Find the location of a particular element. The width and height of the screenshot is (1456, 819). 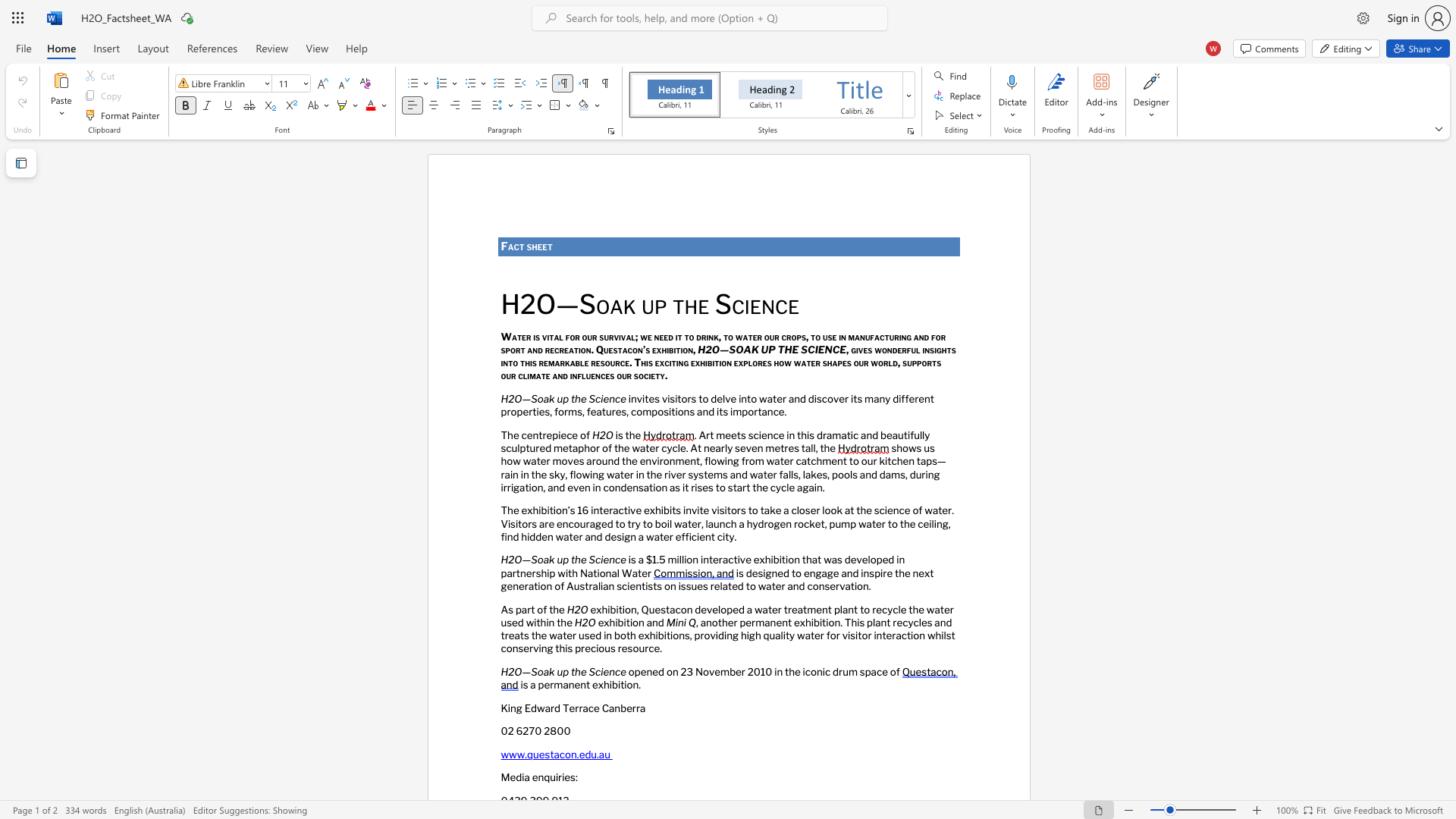

the subset text "quality water for visitor interaction whilst conserving this prec" within the text ", another permanent exhibition. This plant recycles and treats the water used in both exhibitions, providing high quality water for visitor interaction whilst conserving this precious resource." is located at coordinates (763, 635).